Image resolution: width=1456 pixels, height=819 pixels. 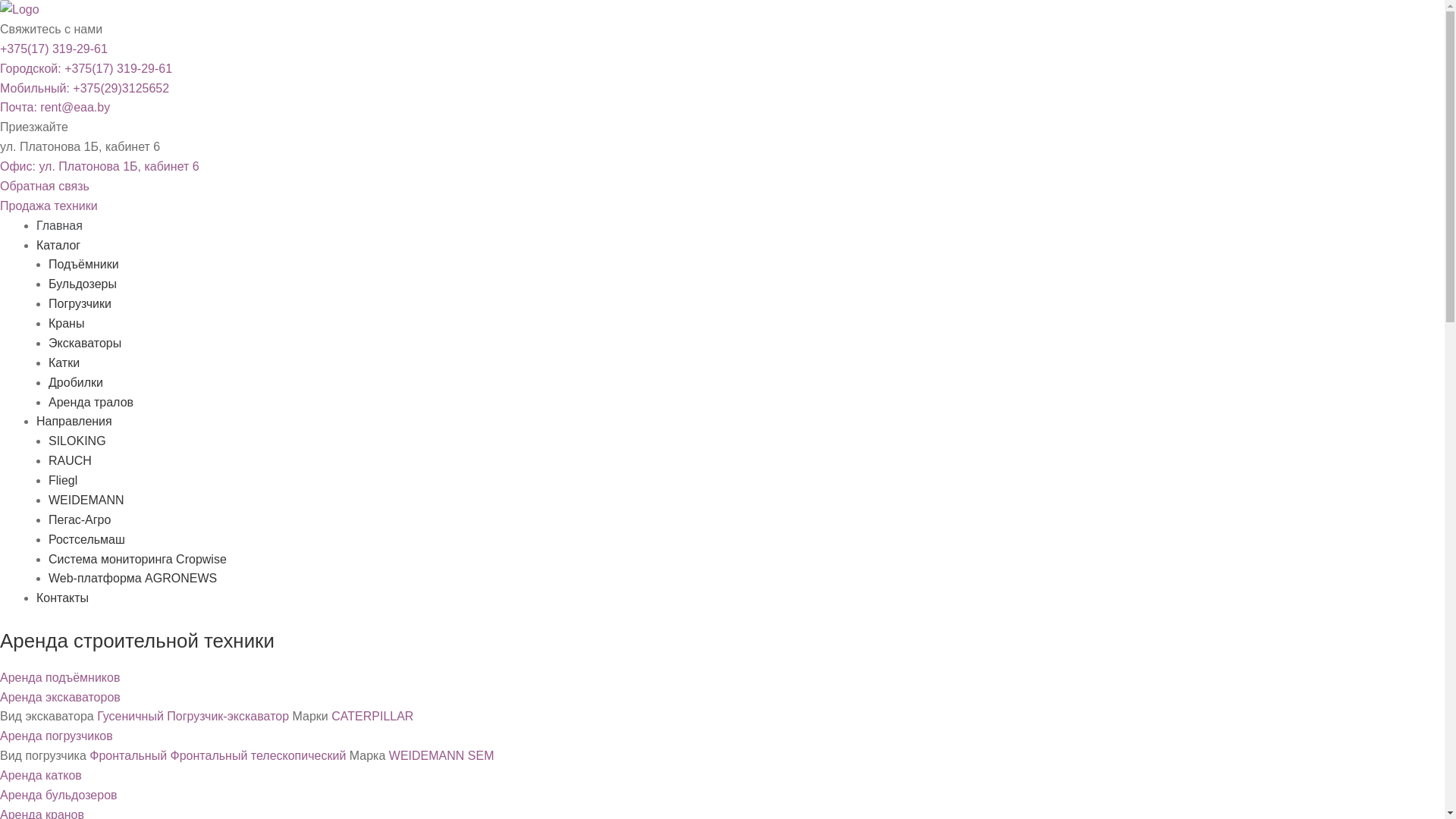 What do you see at coordinates (69, 460) in the screenshot?
I see `'RAUCH'` at bounding box center [69, 460].